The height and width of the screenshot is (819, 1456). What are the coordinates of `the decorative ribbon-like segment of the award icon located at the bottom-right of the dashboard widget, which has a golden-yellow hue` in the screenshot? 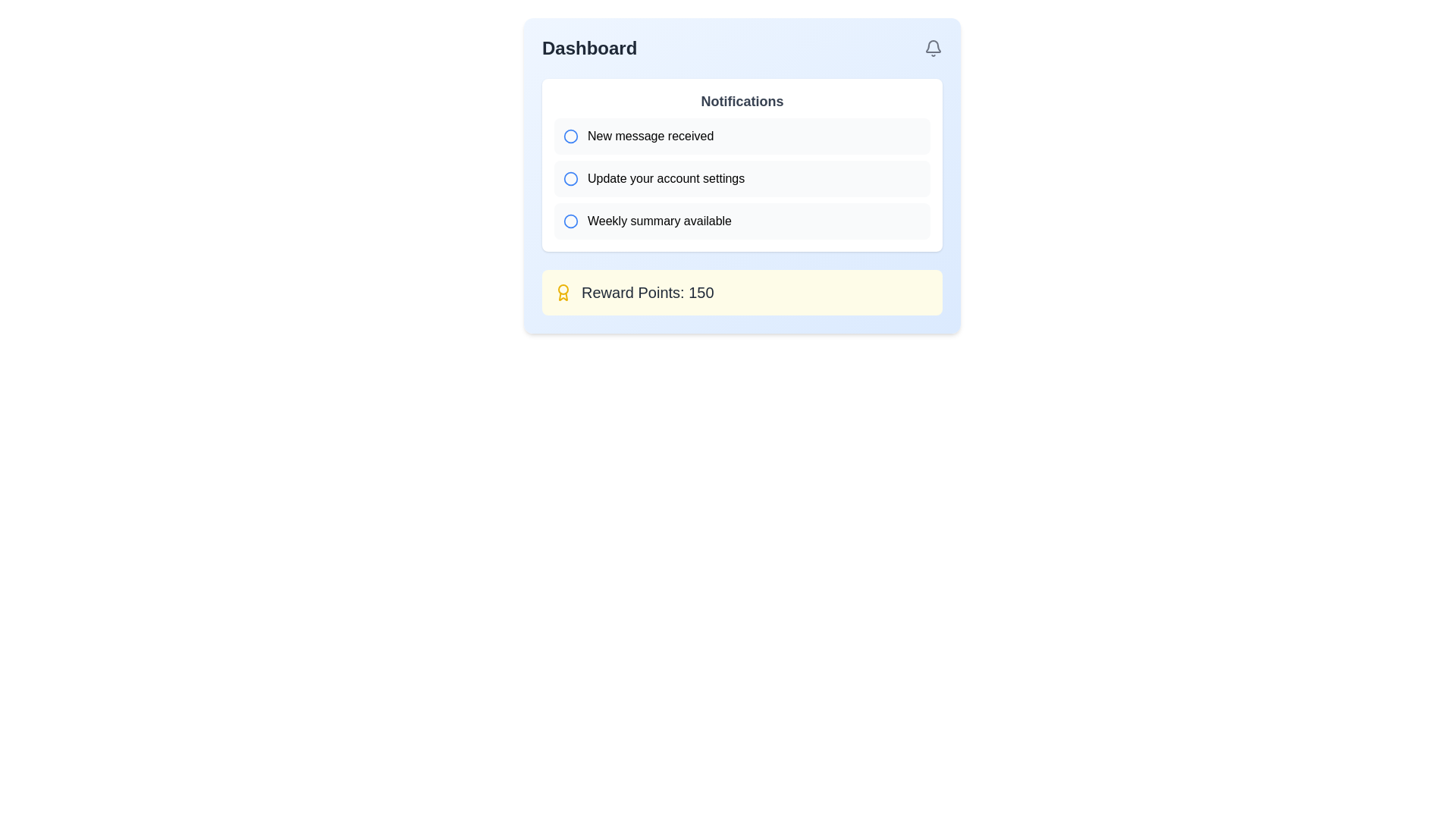 It's located at (563, 297).